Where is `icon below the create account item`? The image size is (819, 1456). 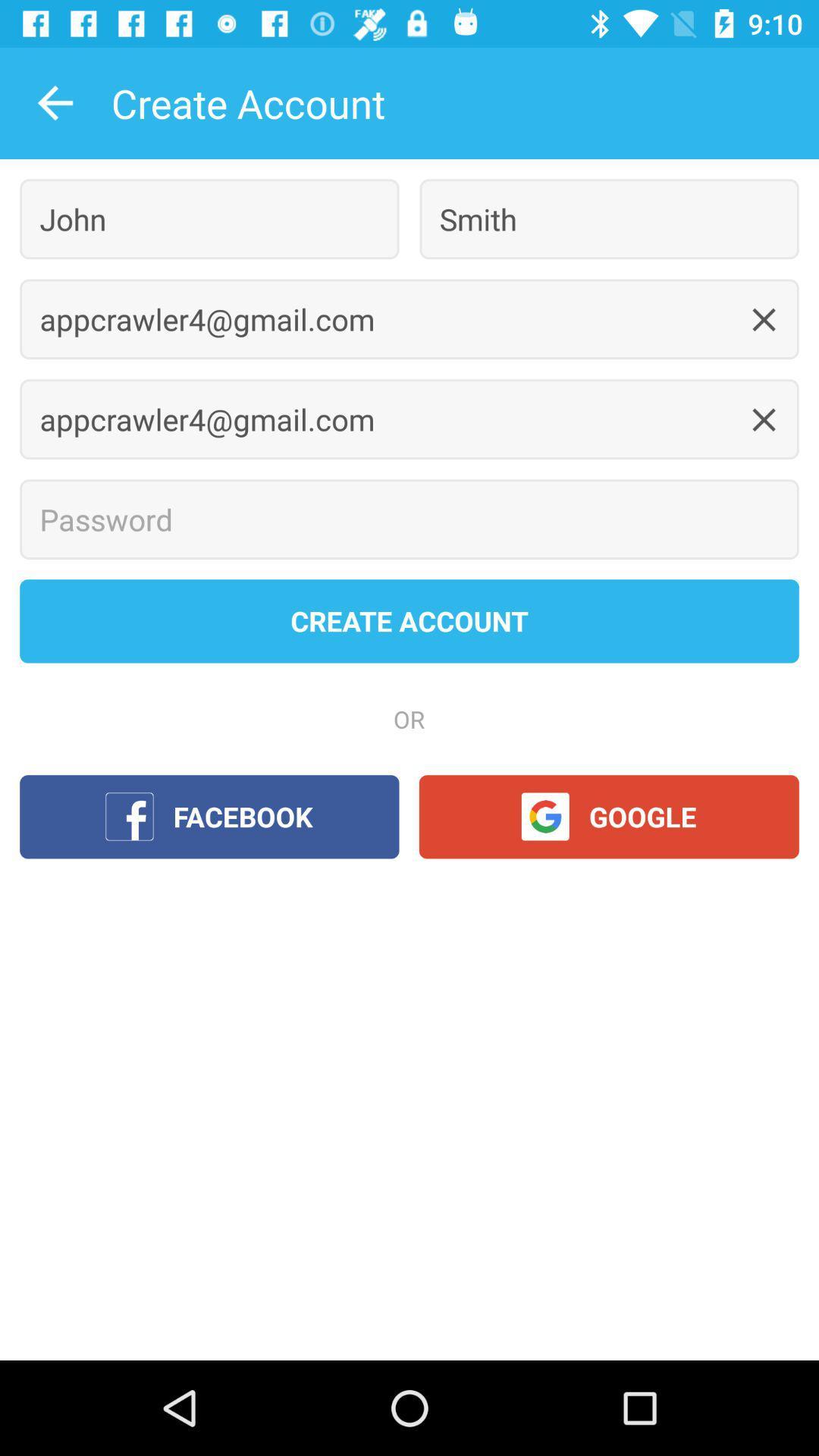
icon below the create account item is located at coordinates (209, 218).